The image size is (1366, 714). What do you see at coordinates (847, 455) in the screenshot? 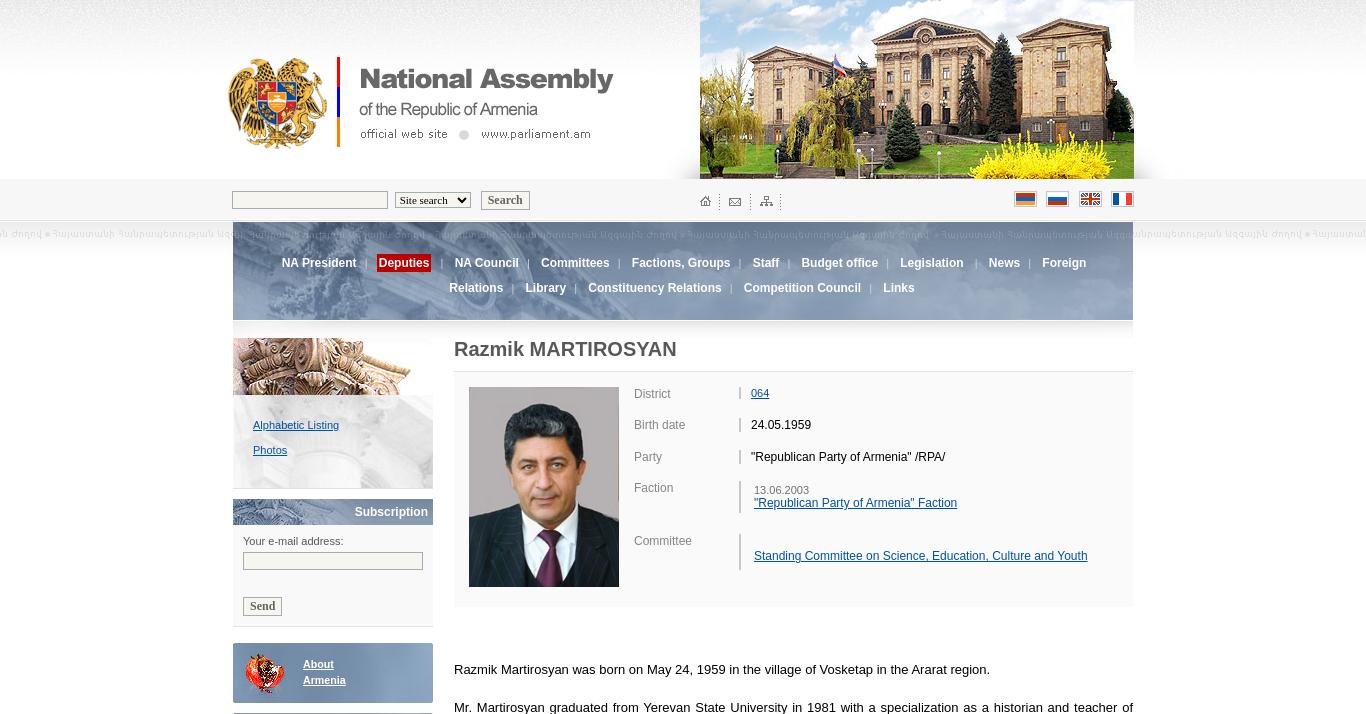
I see `'"Republican Party of Armenia" /RPA/'` at bounding box center [847, 455].